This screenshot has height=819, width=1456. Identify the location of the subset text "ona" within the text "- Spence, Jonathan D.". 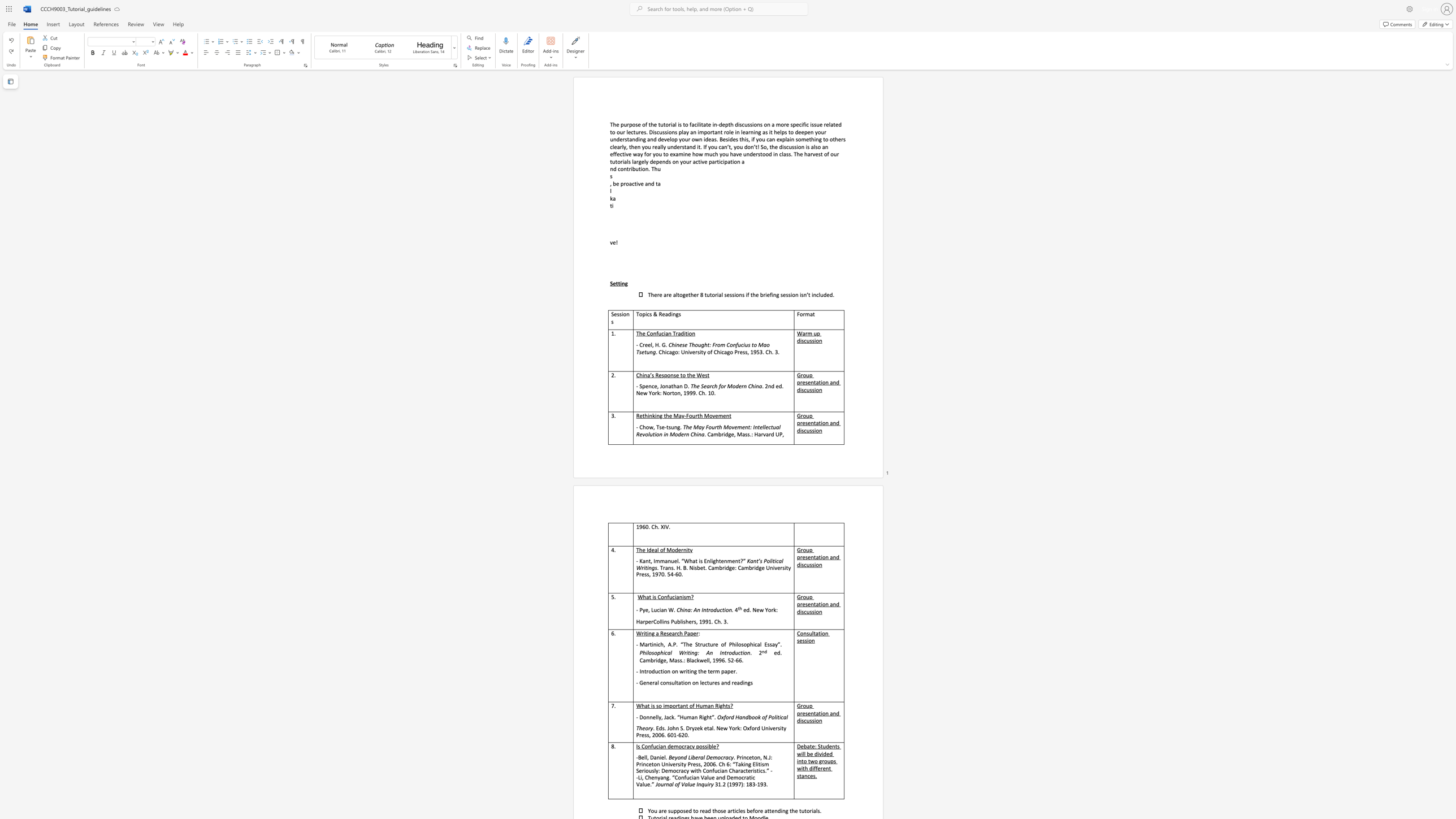
(662, 385).